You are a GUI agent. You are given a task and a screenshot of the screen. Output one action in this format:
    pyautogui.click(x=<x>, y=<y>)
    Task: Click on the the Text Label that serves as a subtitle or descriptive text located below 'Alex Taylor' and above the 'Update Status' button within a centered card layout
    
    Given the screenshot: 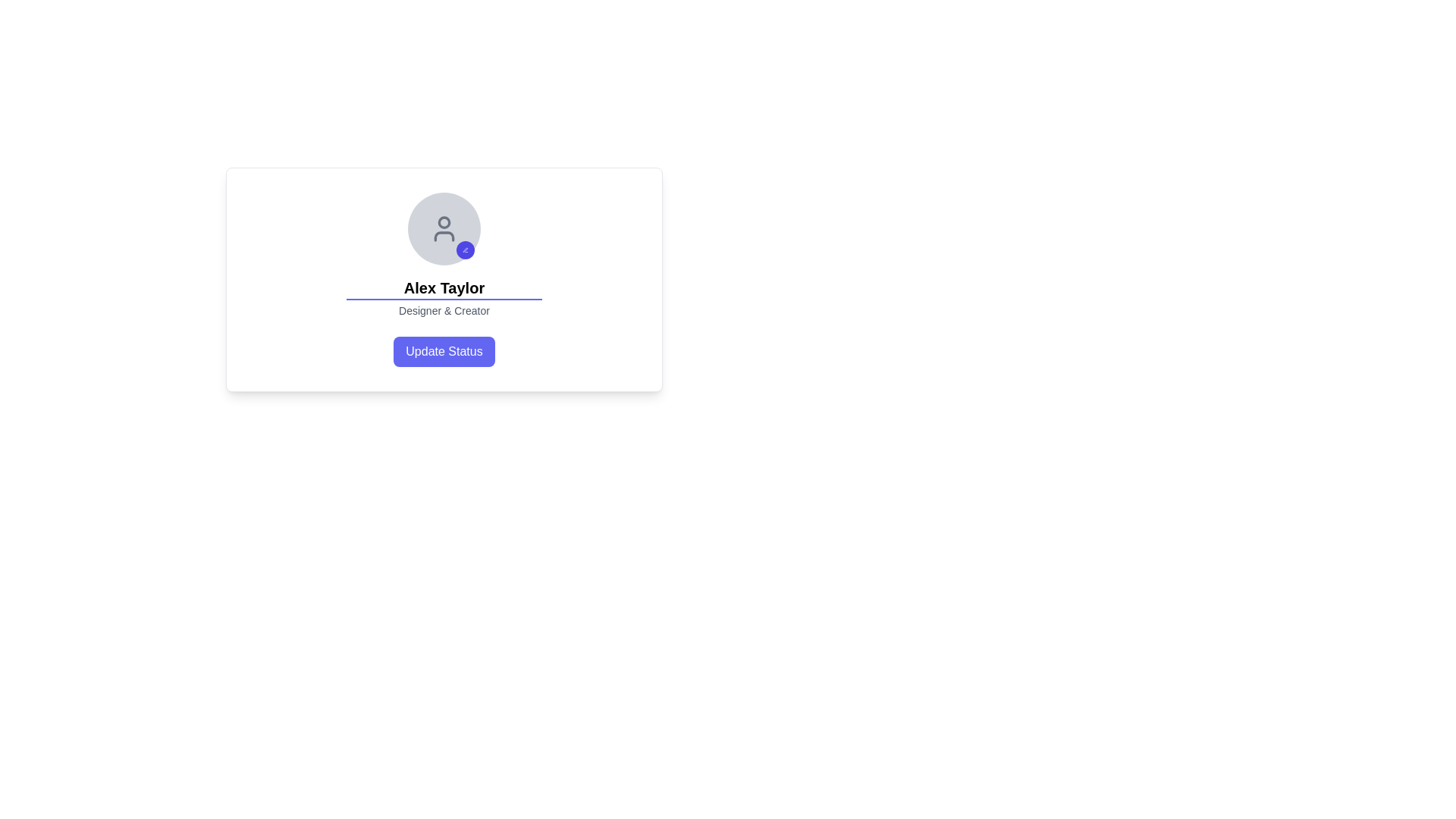 What is the action you would take?
    pyautogui.click(x=443, y=309)
    